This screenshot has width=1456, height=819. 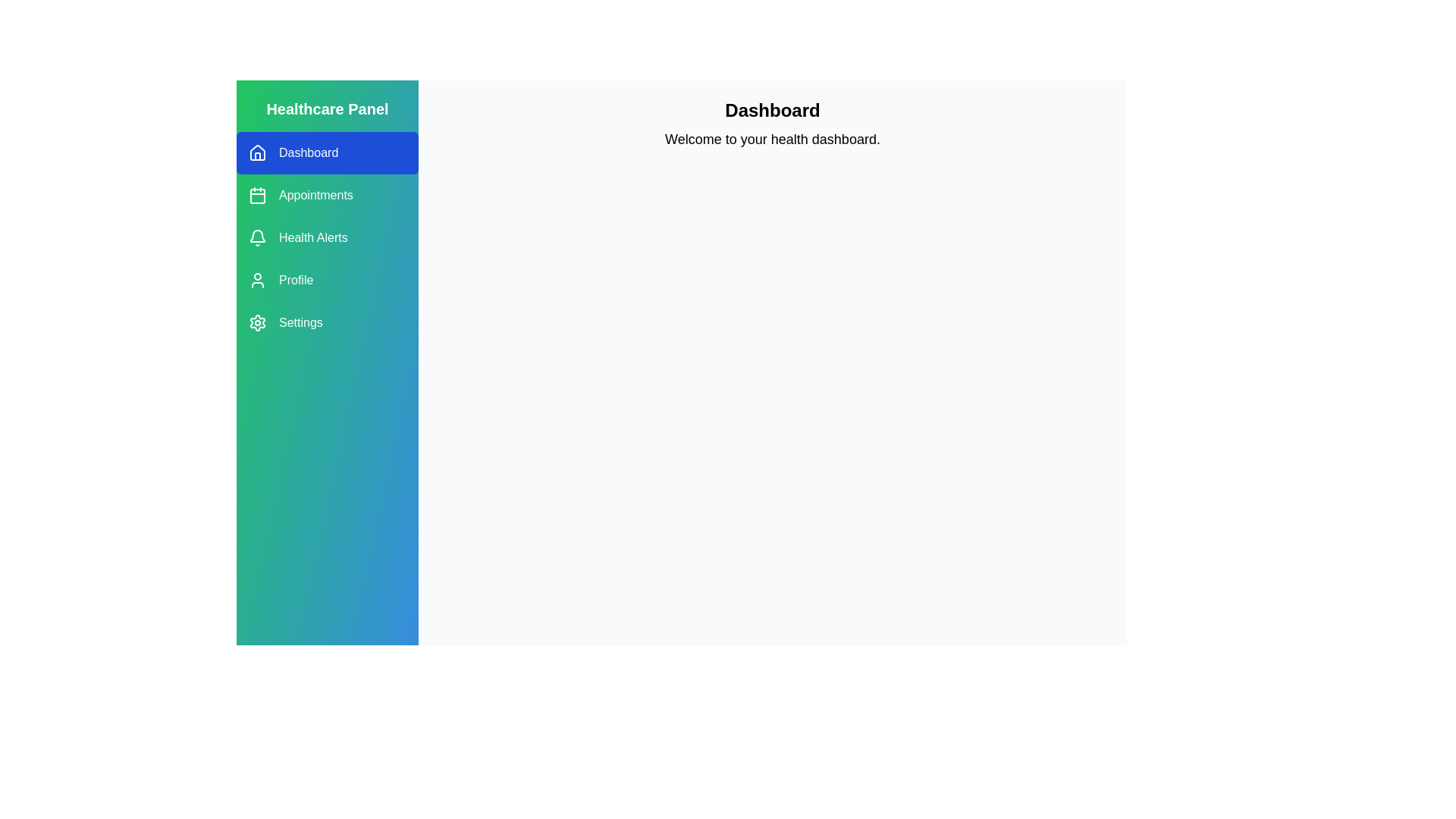 I want to click on the 'Appointments' button-like menu item located in the vertical sidebar menu, which is positioned under 'Dashboard' and above 'Health Alerts', so click(x=327, y=195).